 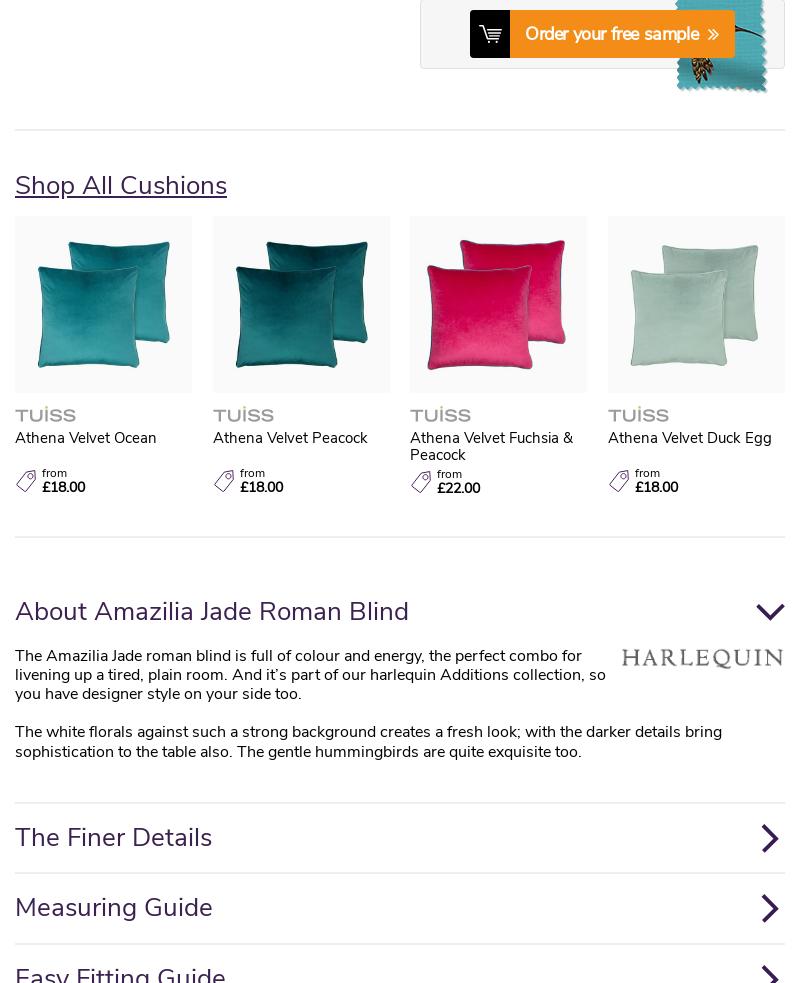 I want to click on 'Pleated Blinds', so click(x=635, y=391).